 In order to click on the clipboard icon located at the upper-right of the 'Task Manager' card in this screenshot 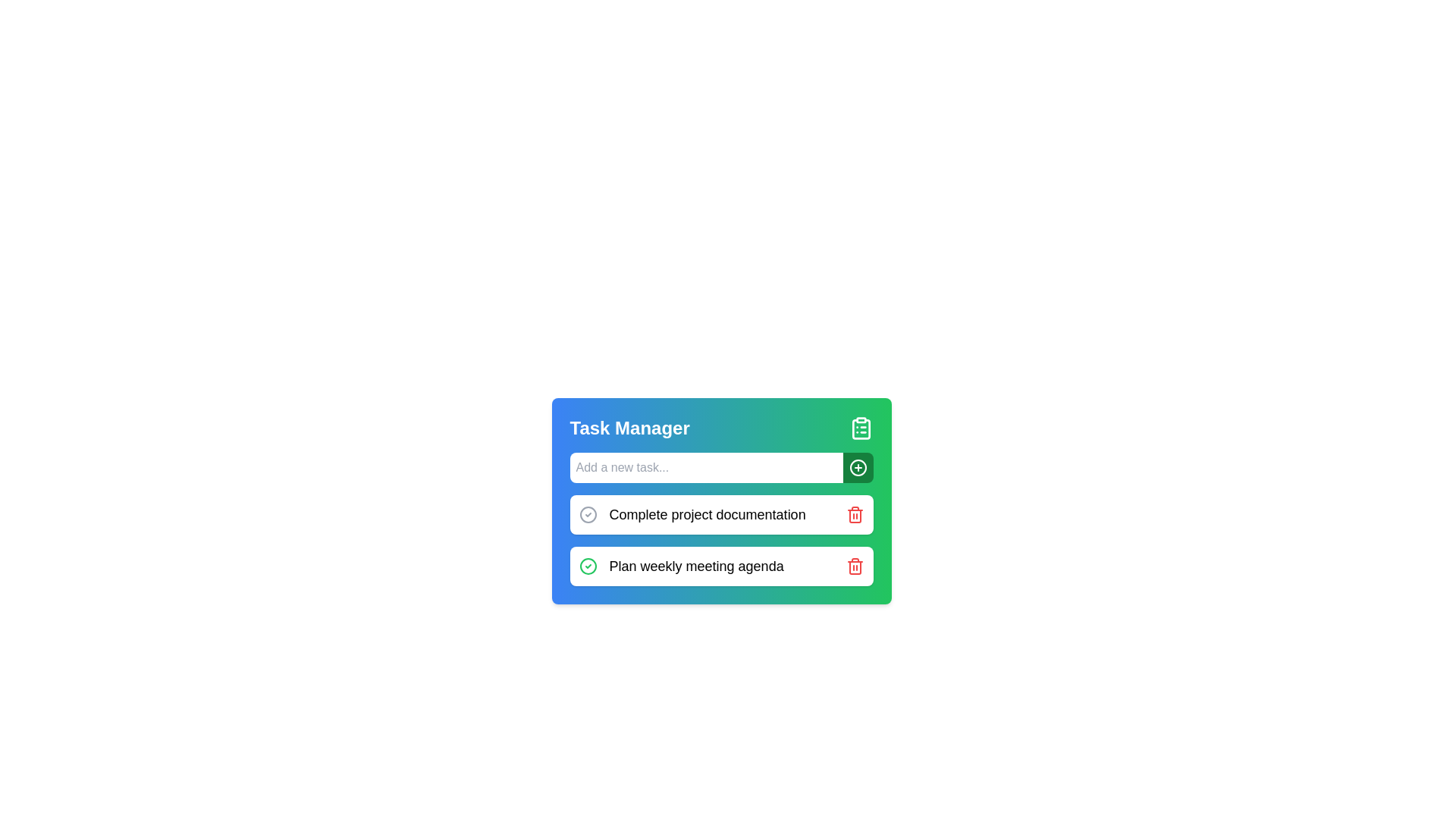, I will do `click(861, 428)`.